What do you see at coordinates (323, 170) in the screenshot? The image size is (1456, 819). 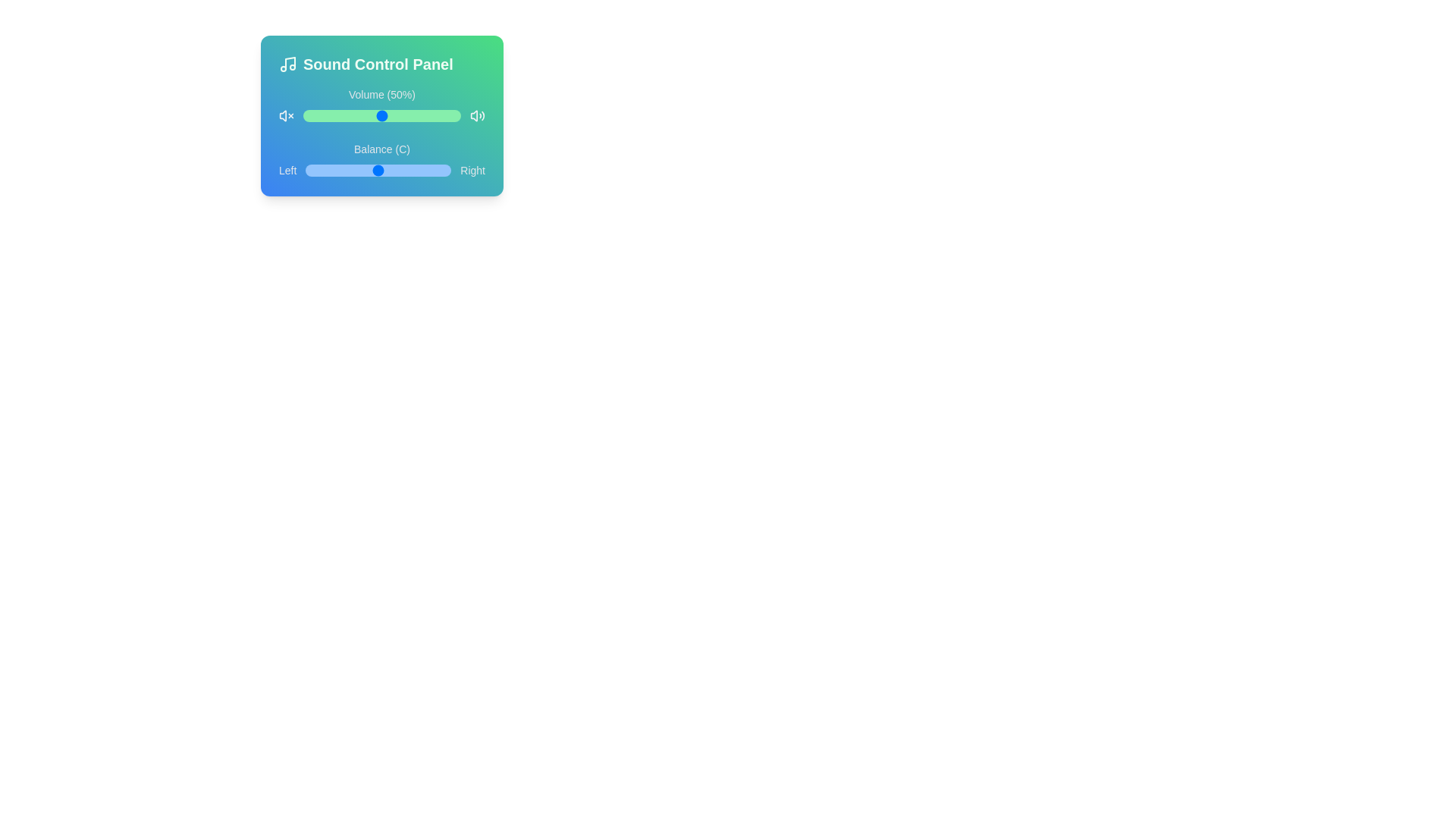 I see `balance` at bounding box center [323, 170].